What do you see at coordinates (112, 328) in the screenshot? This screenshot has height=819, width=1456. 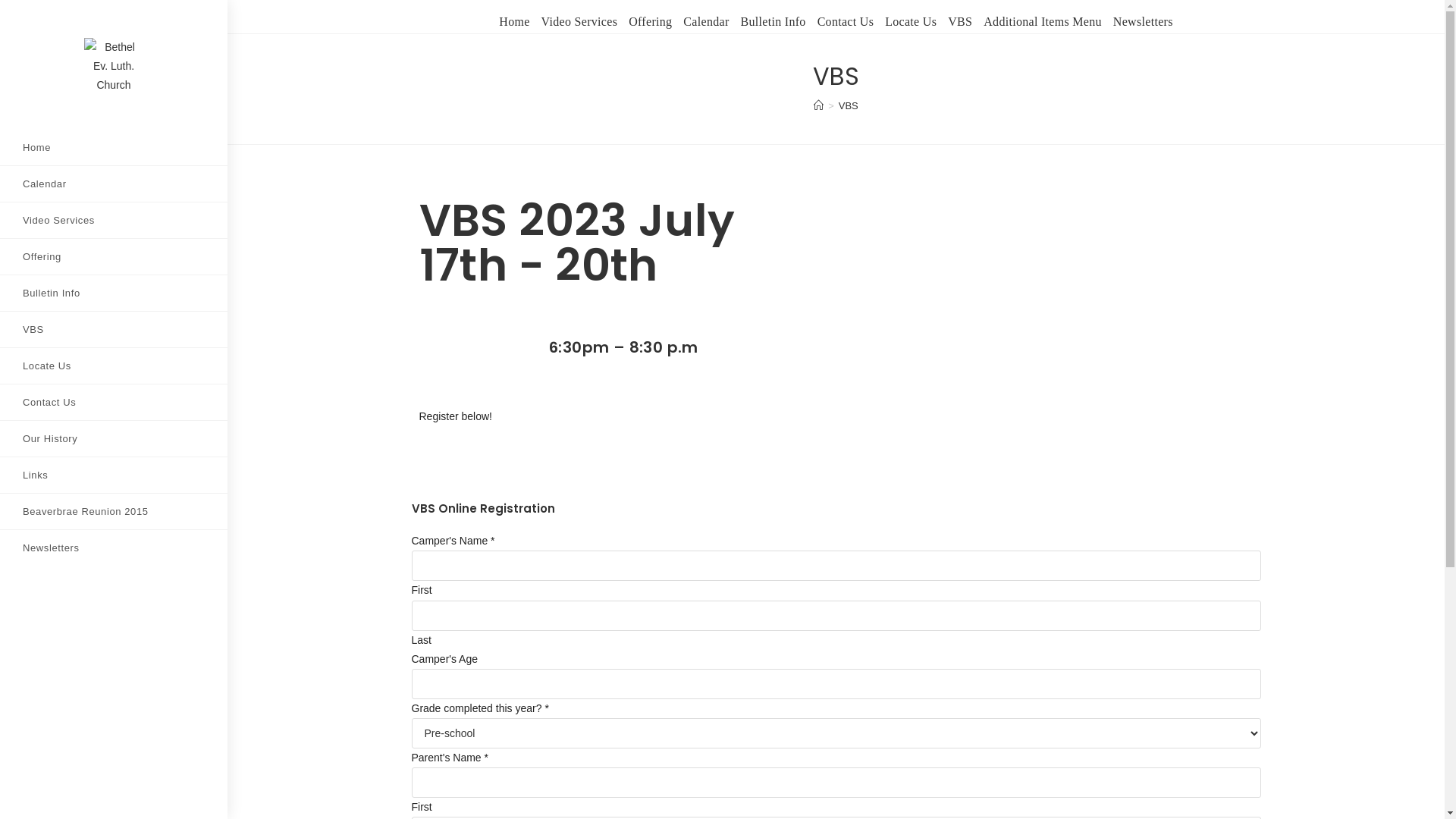 I see `'VBS'` at bounding box center [112, 328].